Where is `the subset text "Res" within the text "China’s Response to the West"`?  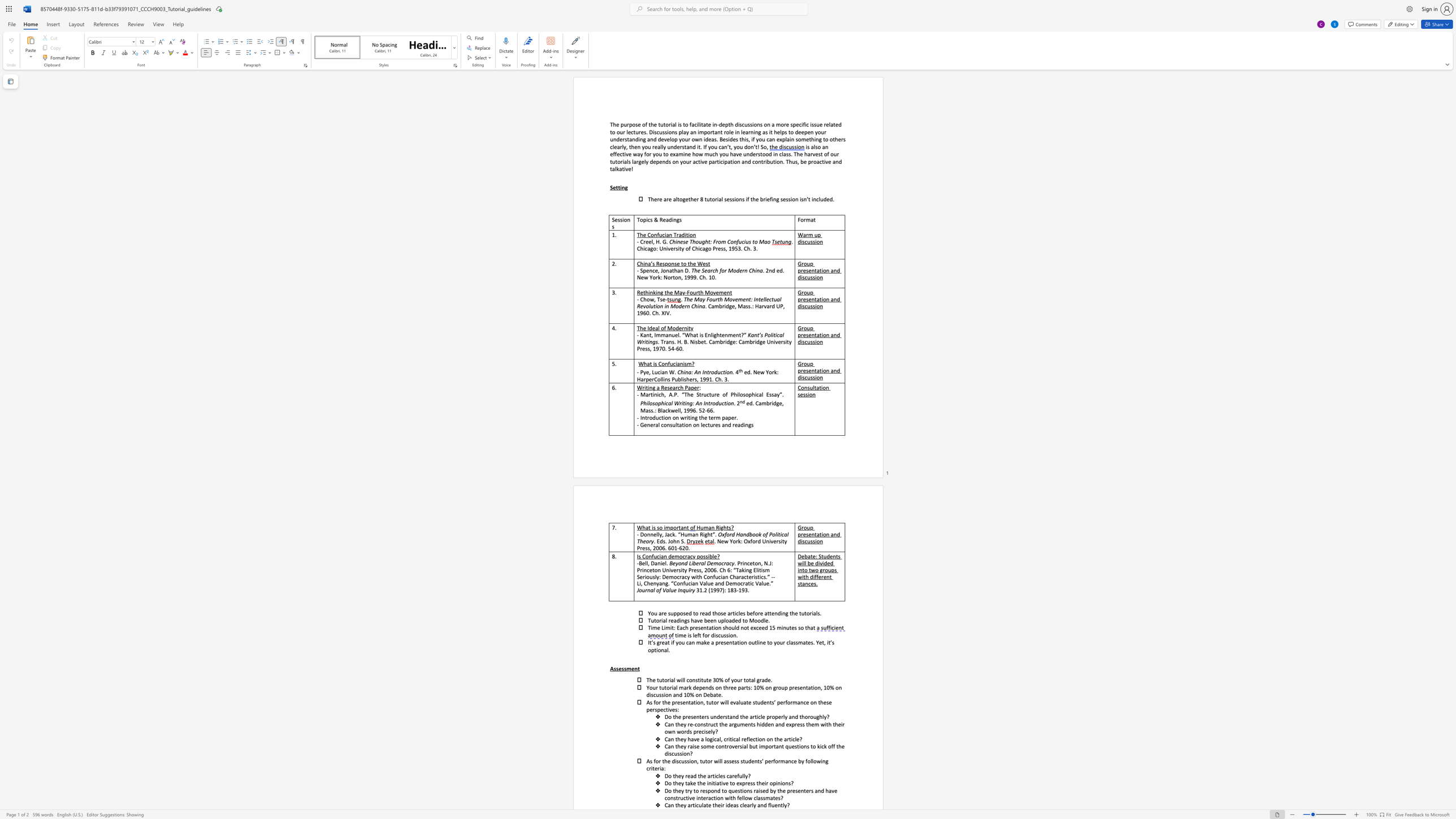 the subset text "Res" within the text "China’s Response to the West" is located at coordinates (656, 263).